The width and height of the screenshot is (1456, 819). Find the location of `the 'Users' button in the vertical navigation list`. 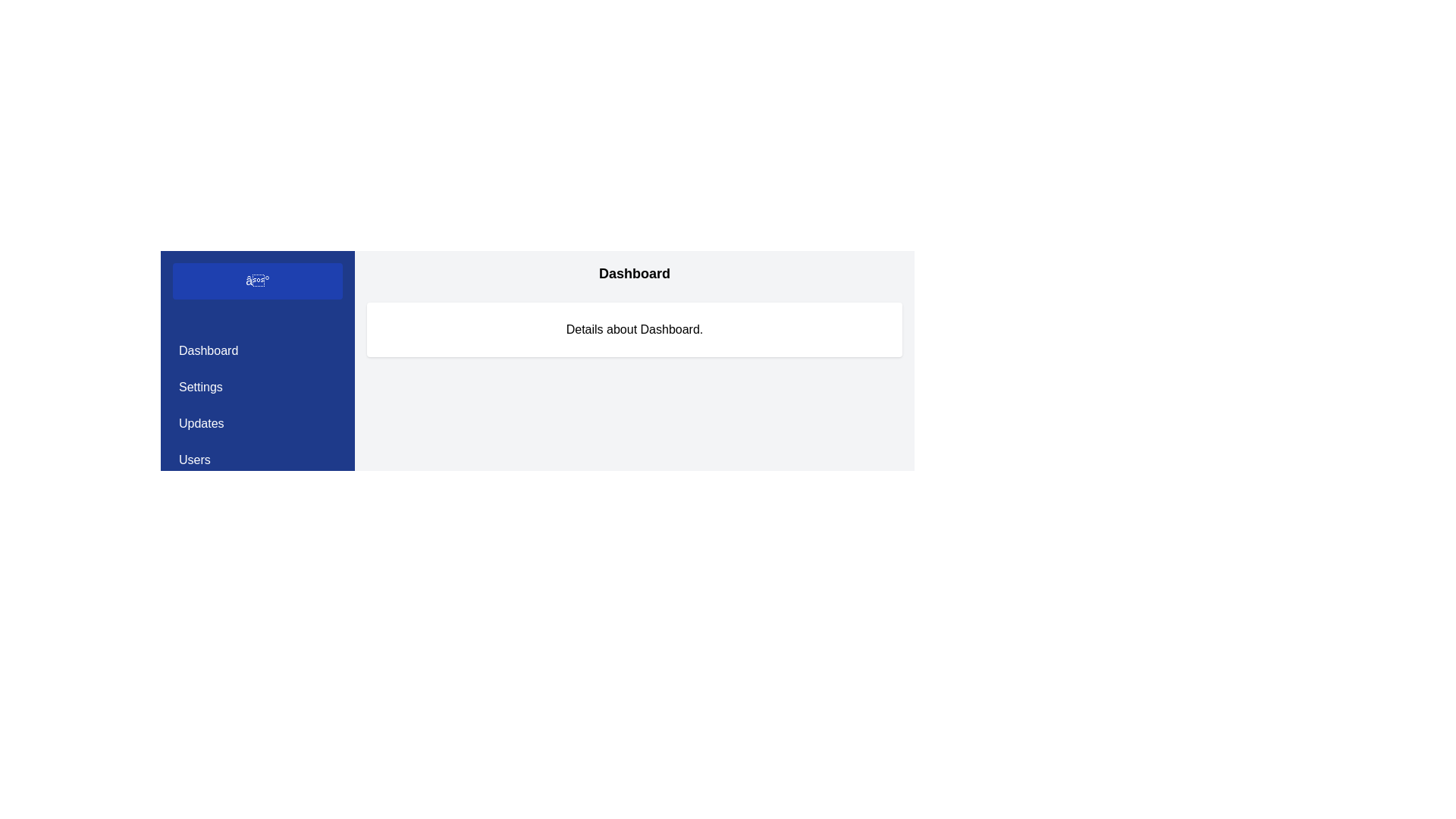

the 'Users' button in the vertical navigation list is located at coordinates (258, 459).